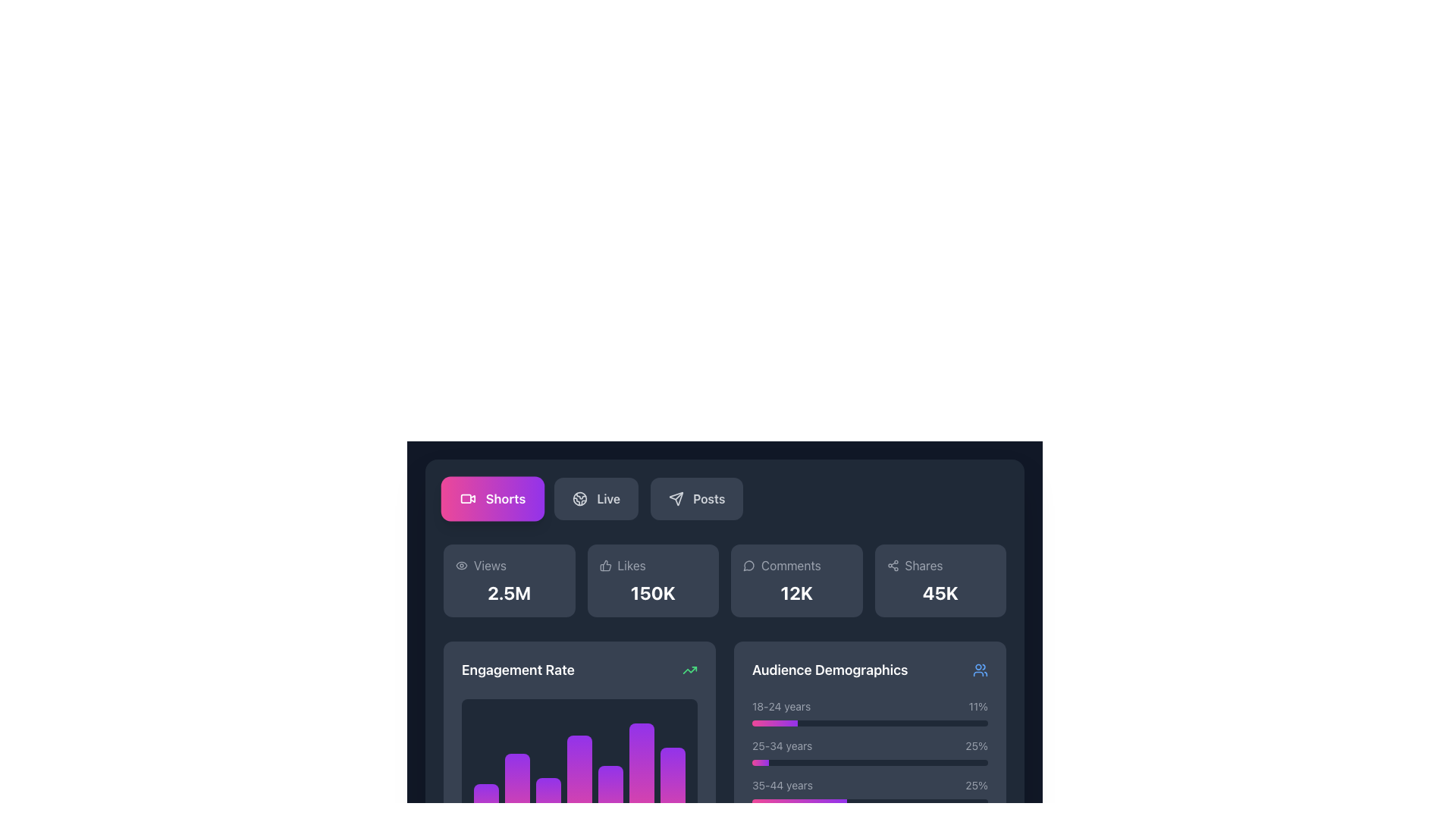 The width and height of the screenshot is (1456, 819). What do you see at coordinates (723, 580) in the screenshot?
I see `the Data Display (Grid Item) showing '12K' comments` at bounding box center [723, 580].